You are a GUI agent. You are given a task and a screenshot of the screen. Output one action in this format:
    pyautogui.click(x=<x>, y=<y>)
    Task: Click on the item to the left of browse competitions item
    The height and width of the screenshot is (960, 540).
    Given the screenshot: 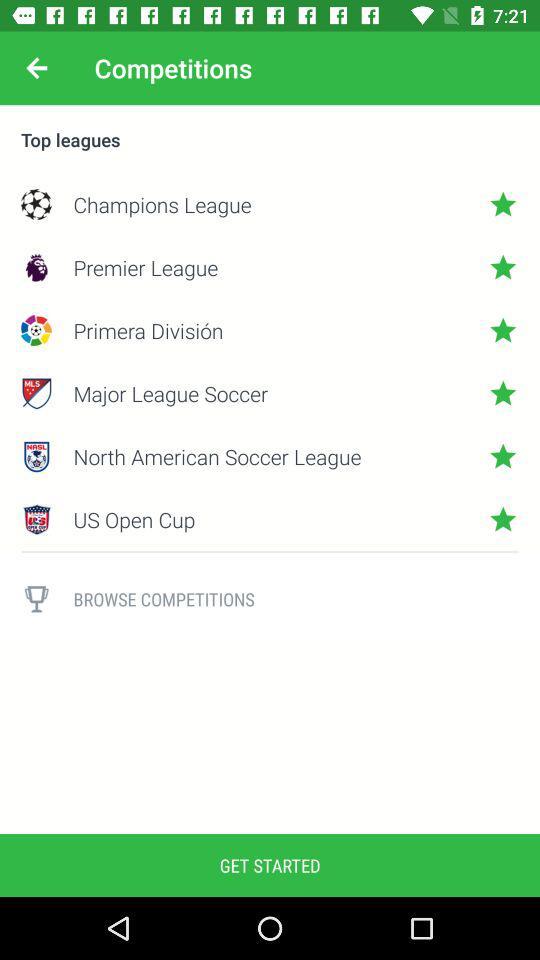 What is the action you would take?
    pyautogui.click(x=36, y=599)
    